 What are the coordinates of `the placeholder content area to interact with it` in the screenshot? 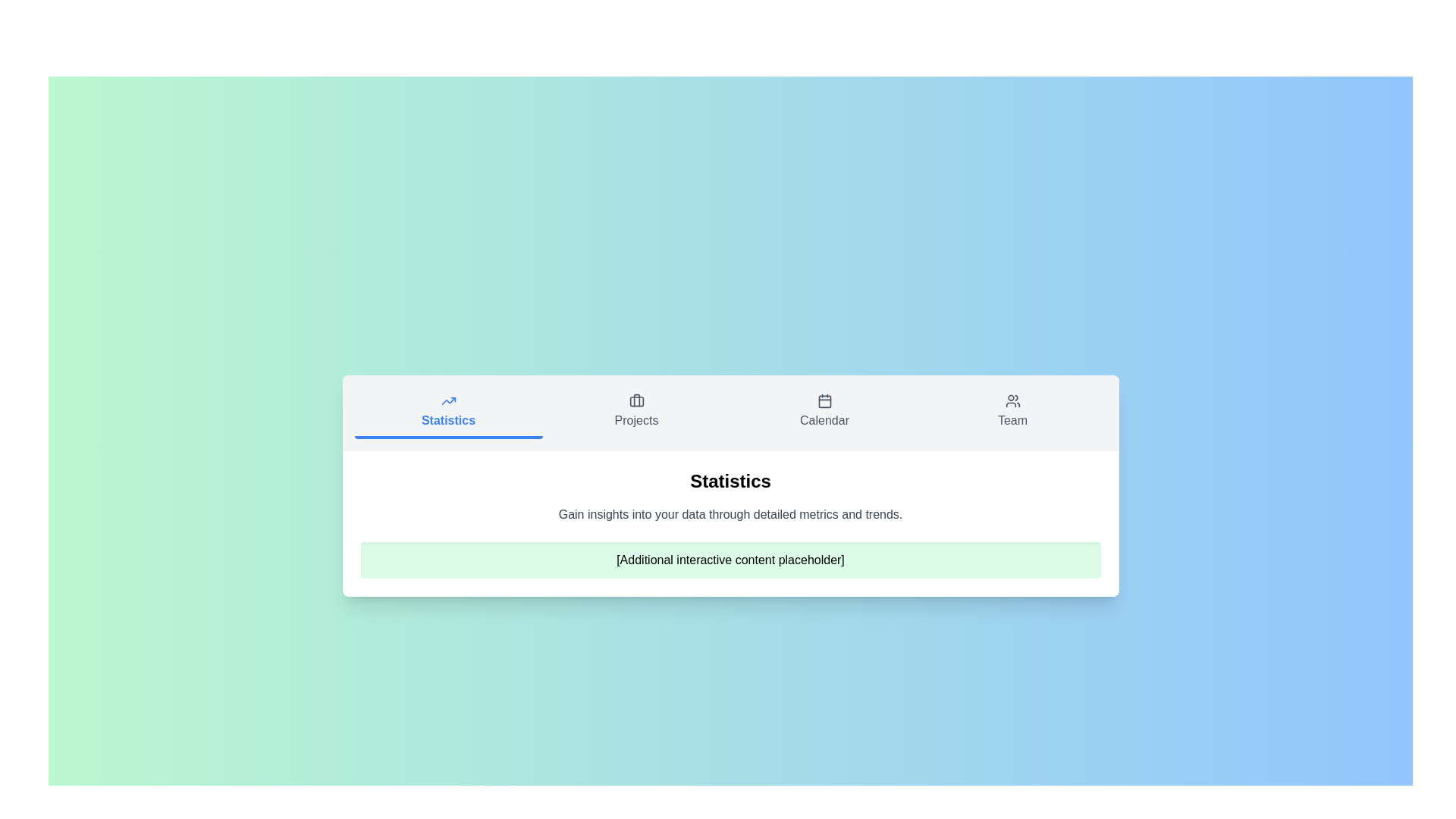 It's located at (730, 560).